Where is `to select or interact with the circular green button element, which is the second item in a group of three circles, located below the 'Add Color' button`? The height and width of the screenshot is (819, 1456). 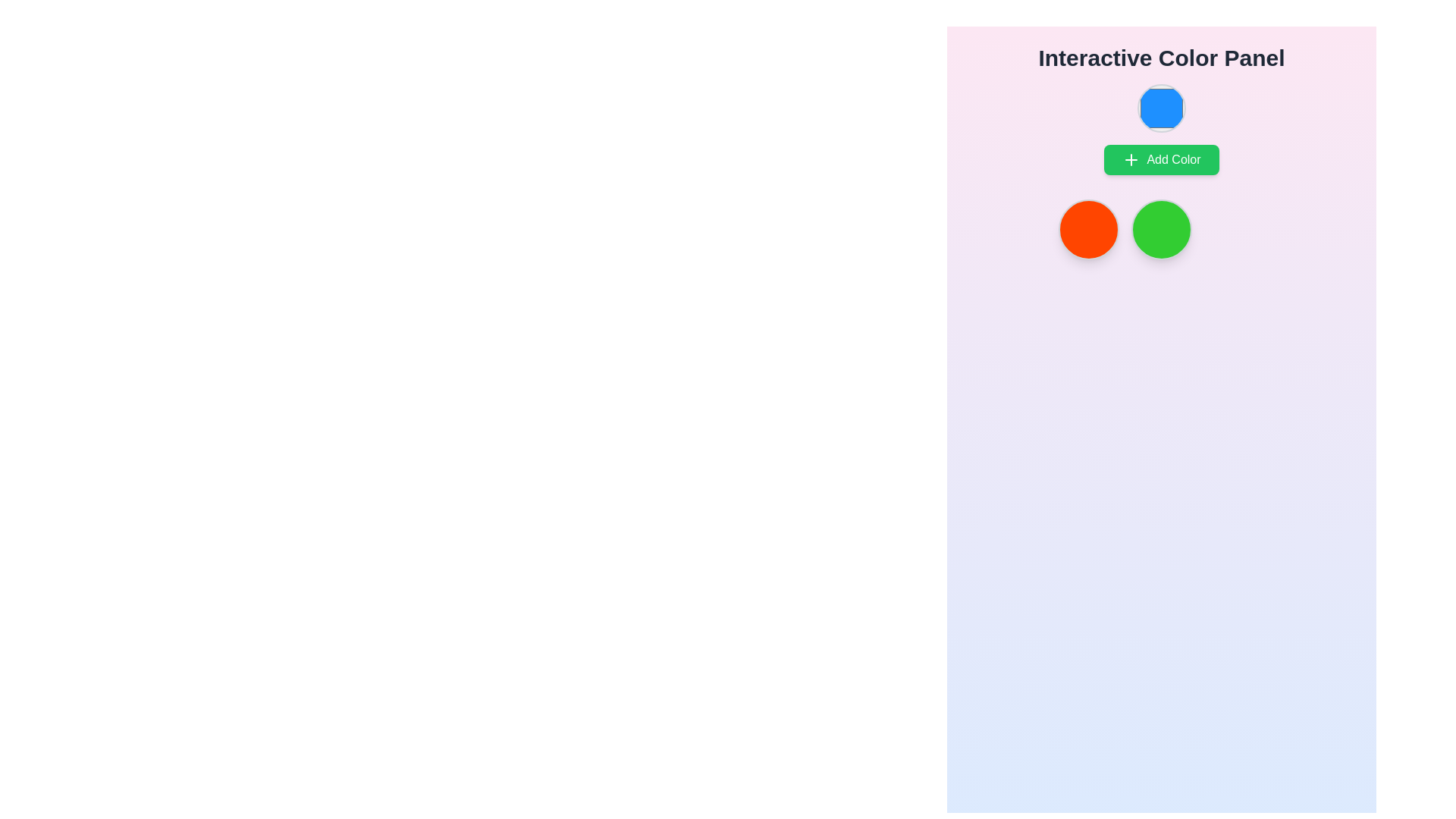
to select or interact with the circular green button element, which is the second item in a group of three circles, located below the 'Add Color' button is located at coordinates (1160, 230).